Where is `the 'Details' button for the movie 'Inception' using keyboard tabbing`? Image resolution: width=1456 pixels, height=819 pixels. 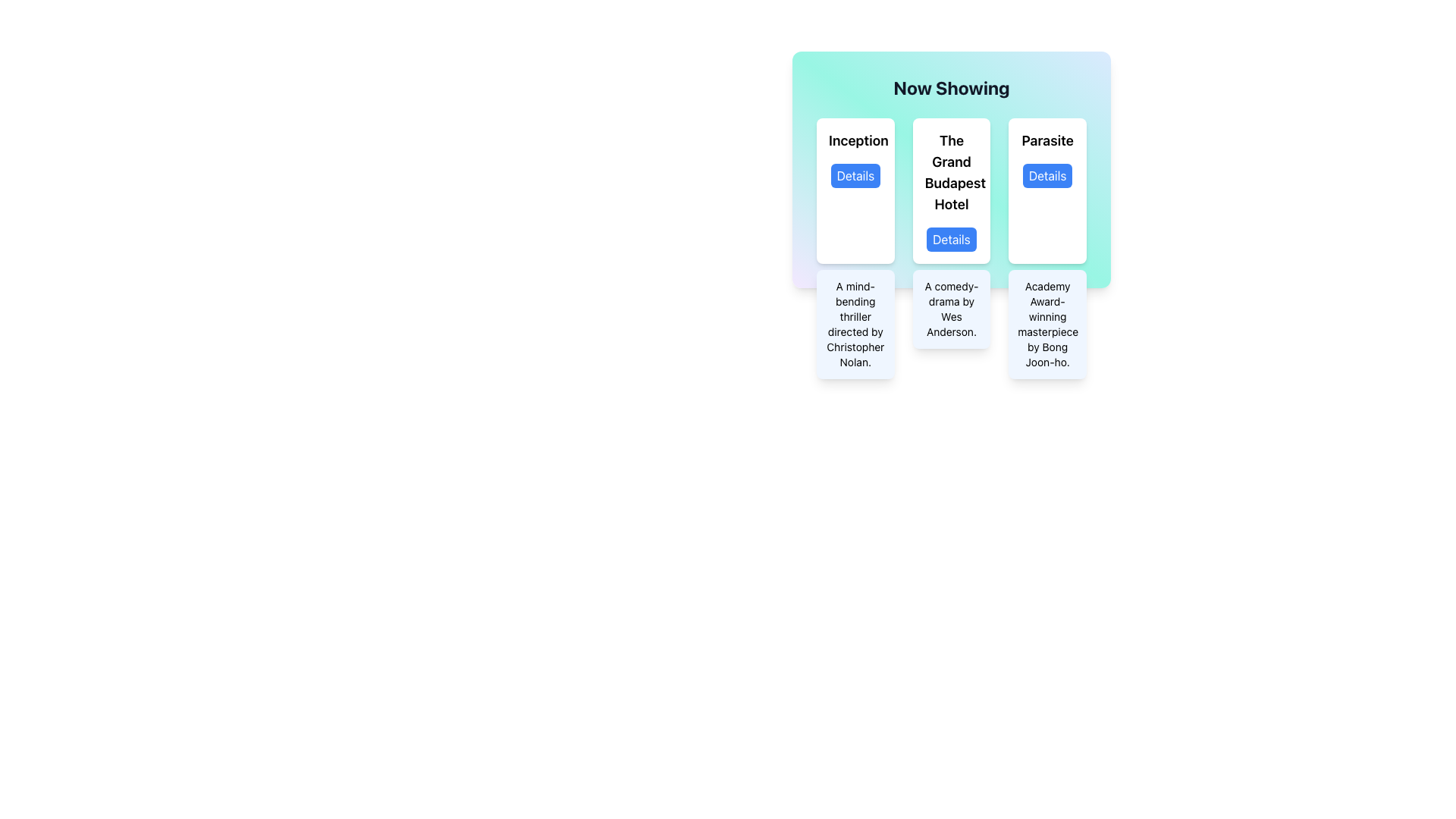
the 'Details' button for the movie 'Inception' using keyboard tabbing is located at coordinates (855, 174).